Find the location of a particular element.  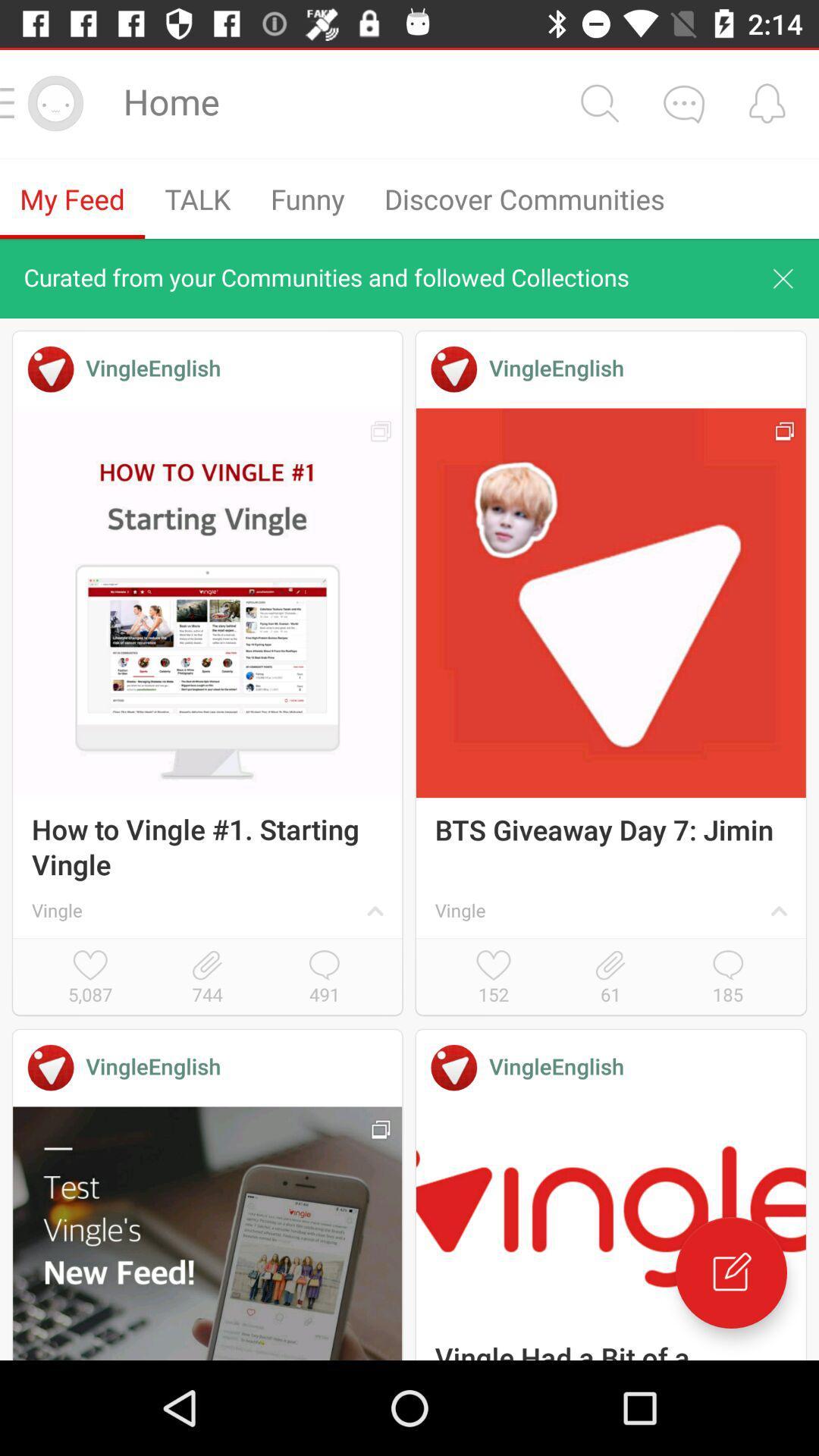

item to the left of the 152 item is located at coordinates (324, 978).